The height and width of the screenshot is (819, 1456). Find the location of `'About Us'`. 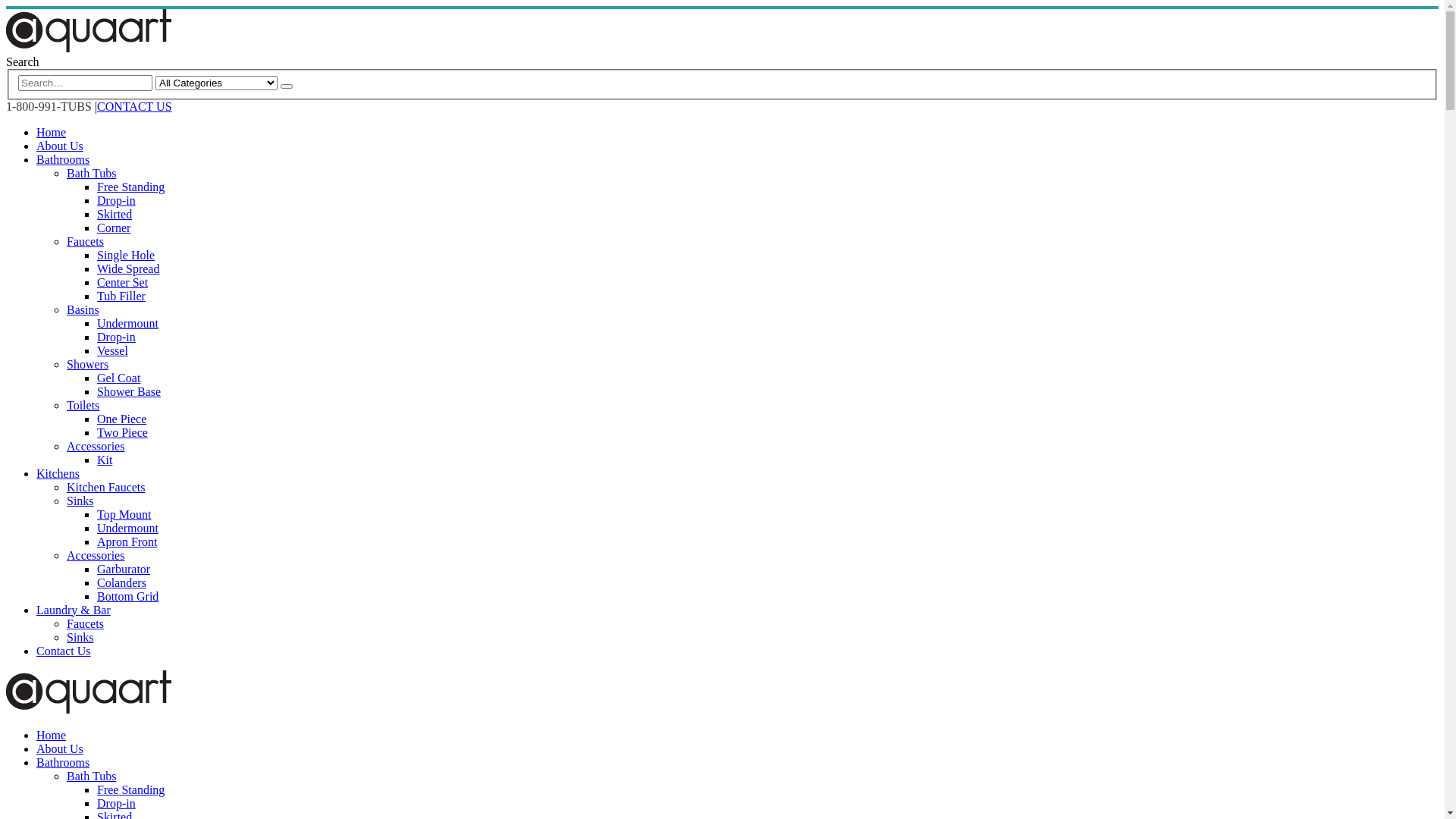

'About Us' is located at coordinates (59, 748).